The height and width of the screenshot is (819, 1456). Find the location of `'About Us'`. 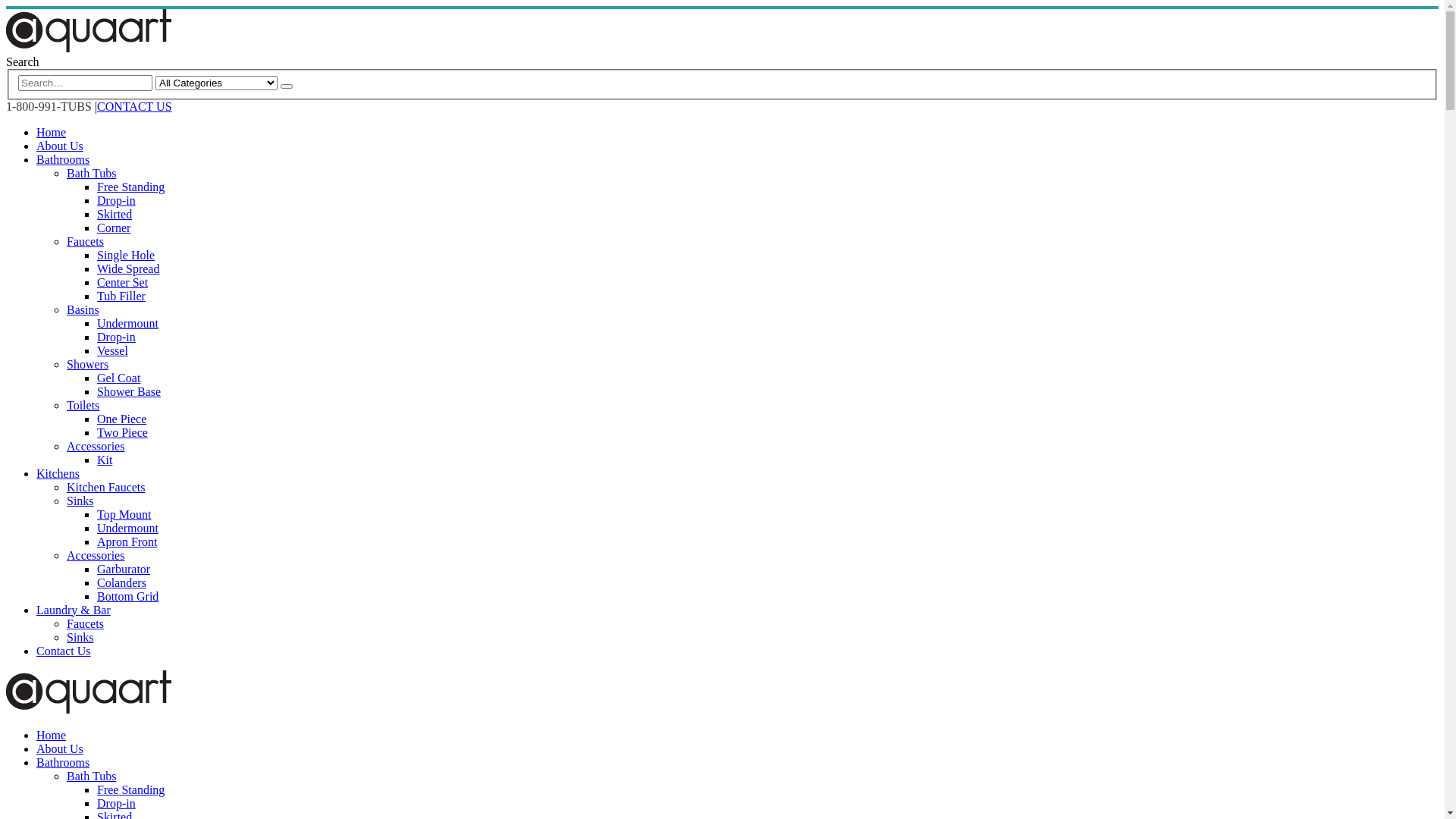

'About Us' is located at coordinates (59, 748).